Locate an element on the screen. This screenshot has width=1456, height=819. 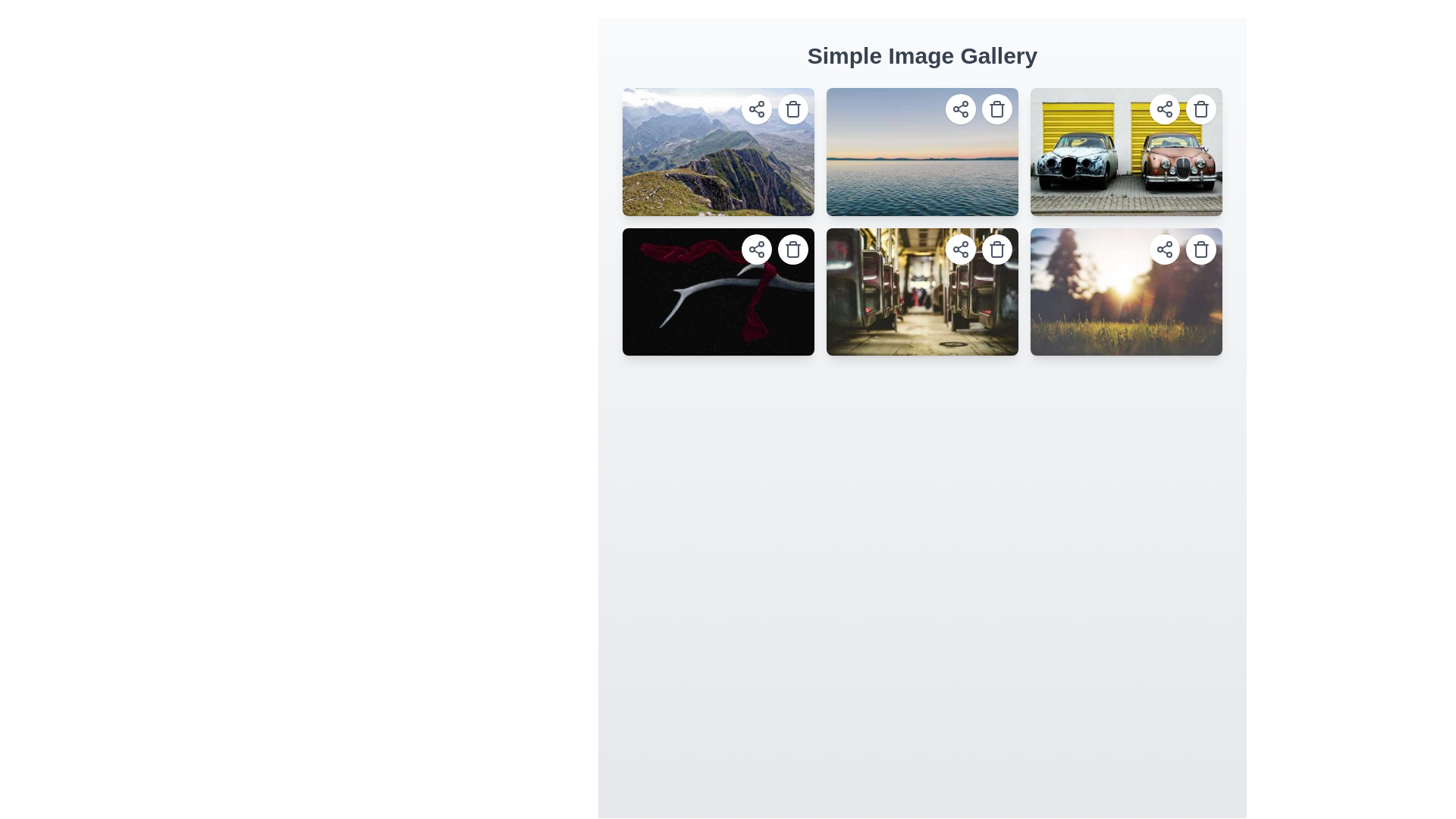
the circular button with a trash bin icon located in the top-right corner of the bottom-middle image's overlay section is located at coordinates (997, 247).